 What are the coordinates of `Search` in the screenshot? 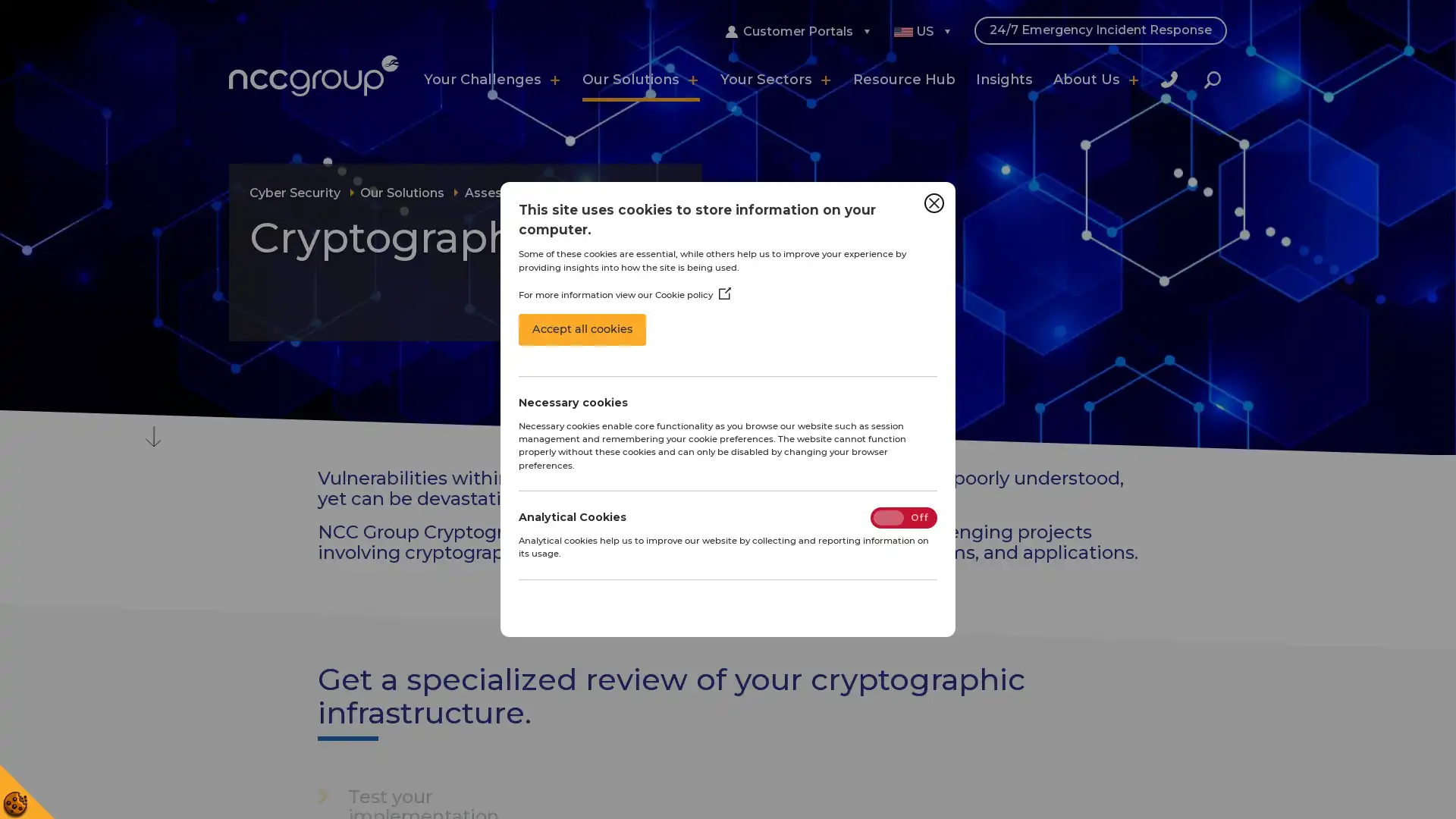 It's located at (1216, 80).